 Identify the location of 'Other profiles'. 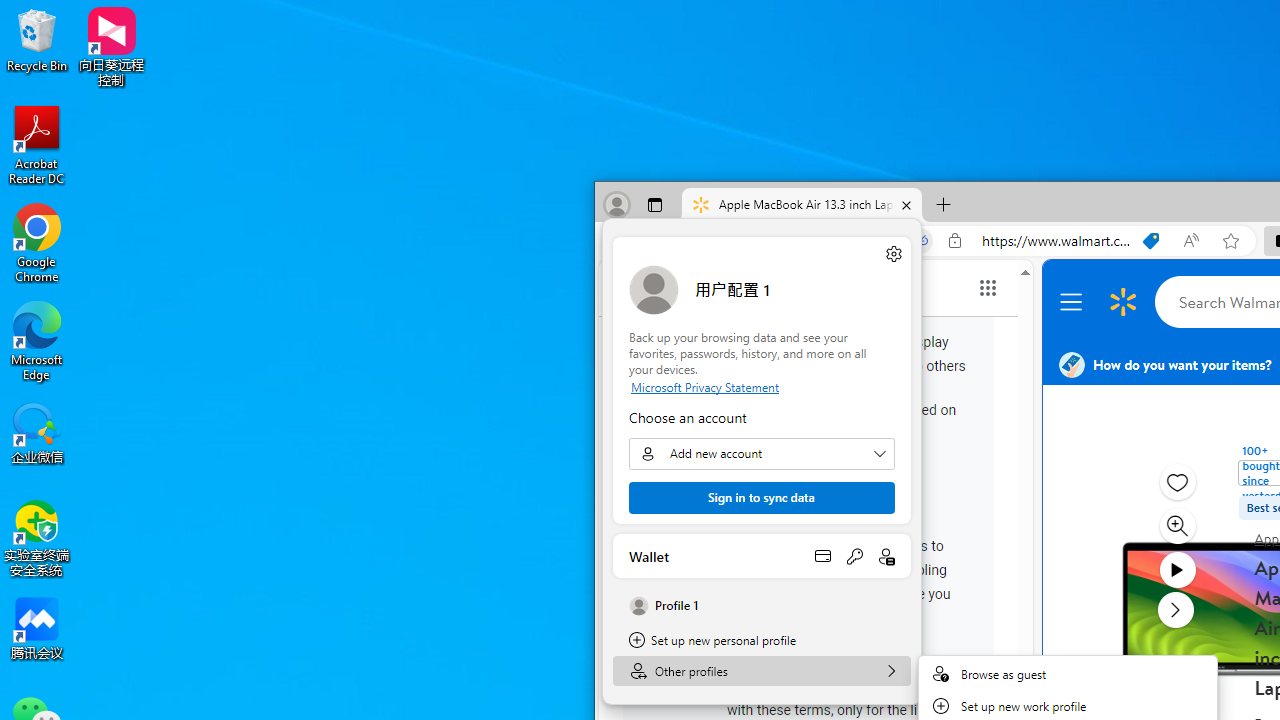
(761, 671).